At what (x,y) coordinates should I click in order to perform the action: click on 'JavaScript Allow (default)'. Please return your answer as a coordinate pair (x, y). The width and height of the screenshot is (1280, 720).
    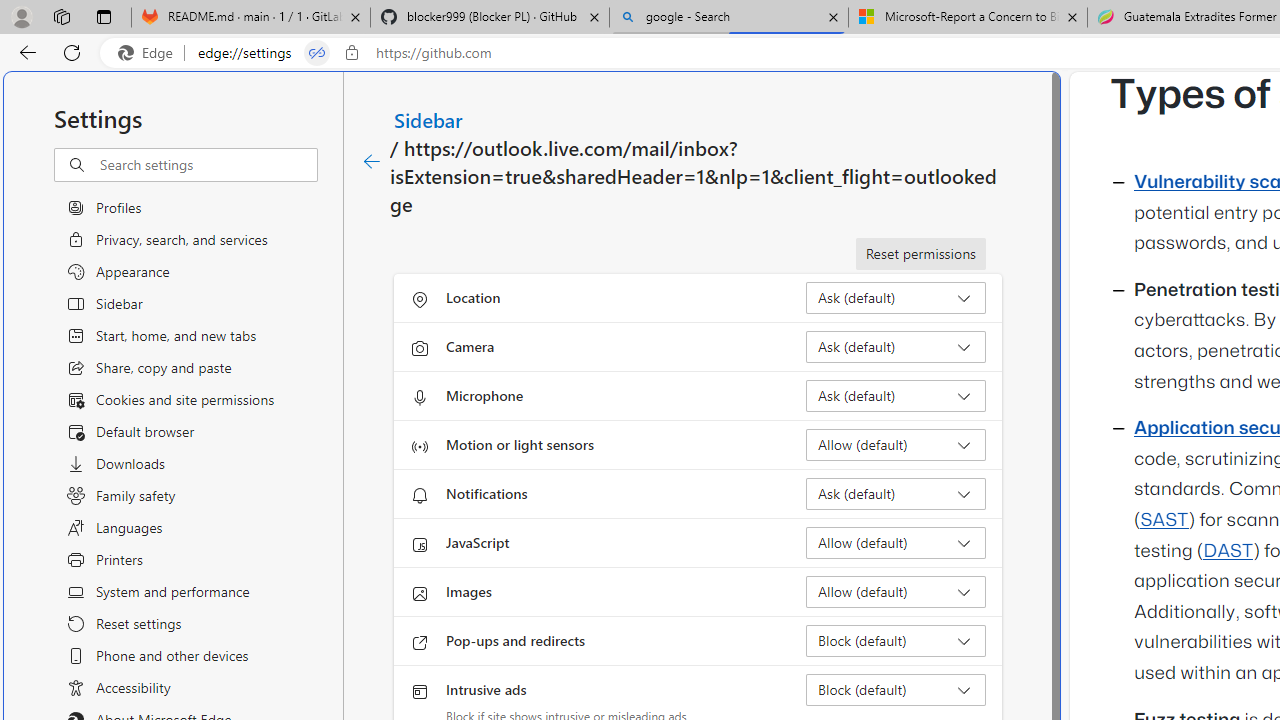
    Looking at the image, I should click on (895, 542).